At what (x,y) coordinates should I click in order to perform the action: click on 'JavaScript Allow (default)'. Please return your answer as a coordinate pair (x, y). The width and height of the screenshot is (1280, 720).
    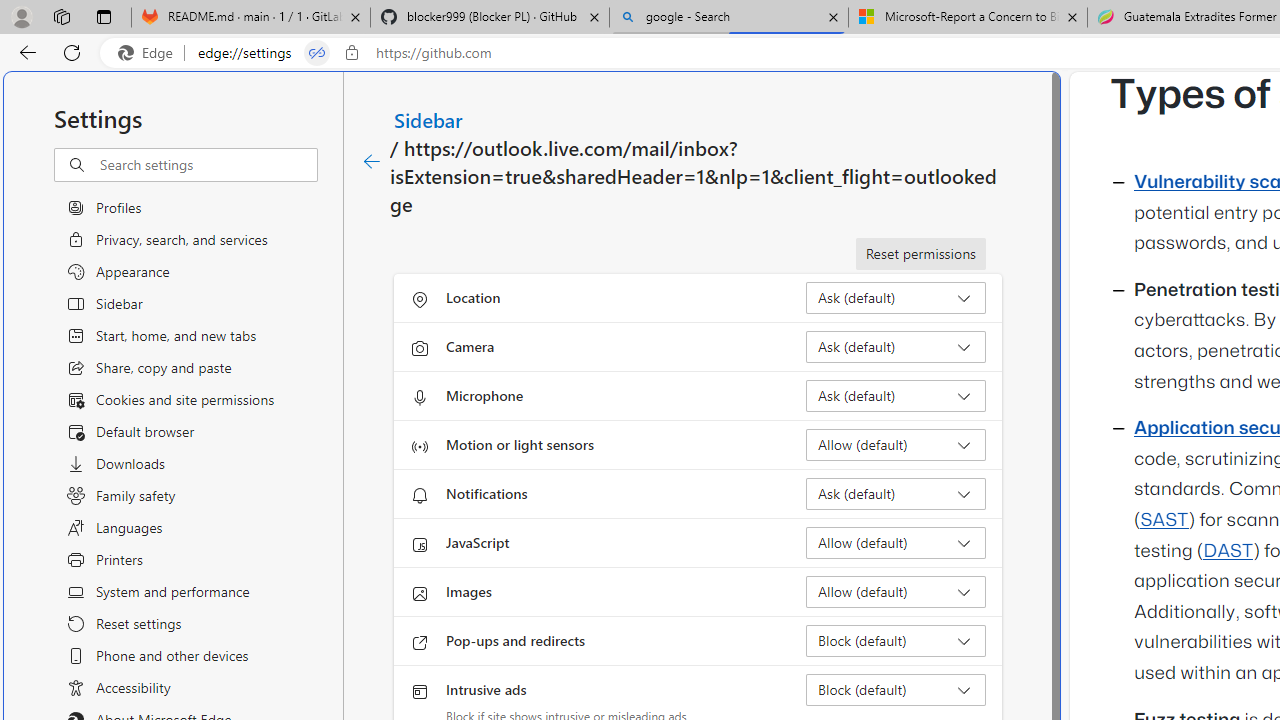
    Looking at the image, I should click on (895, 542).